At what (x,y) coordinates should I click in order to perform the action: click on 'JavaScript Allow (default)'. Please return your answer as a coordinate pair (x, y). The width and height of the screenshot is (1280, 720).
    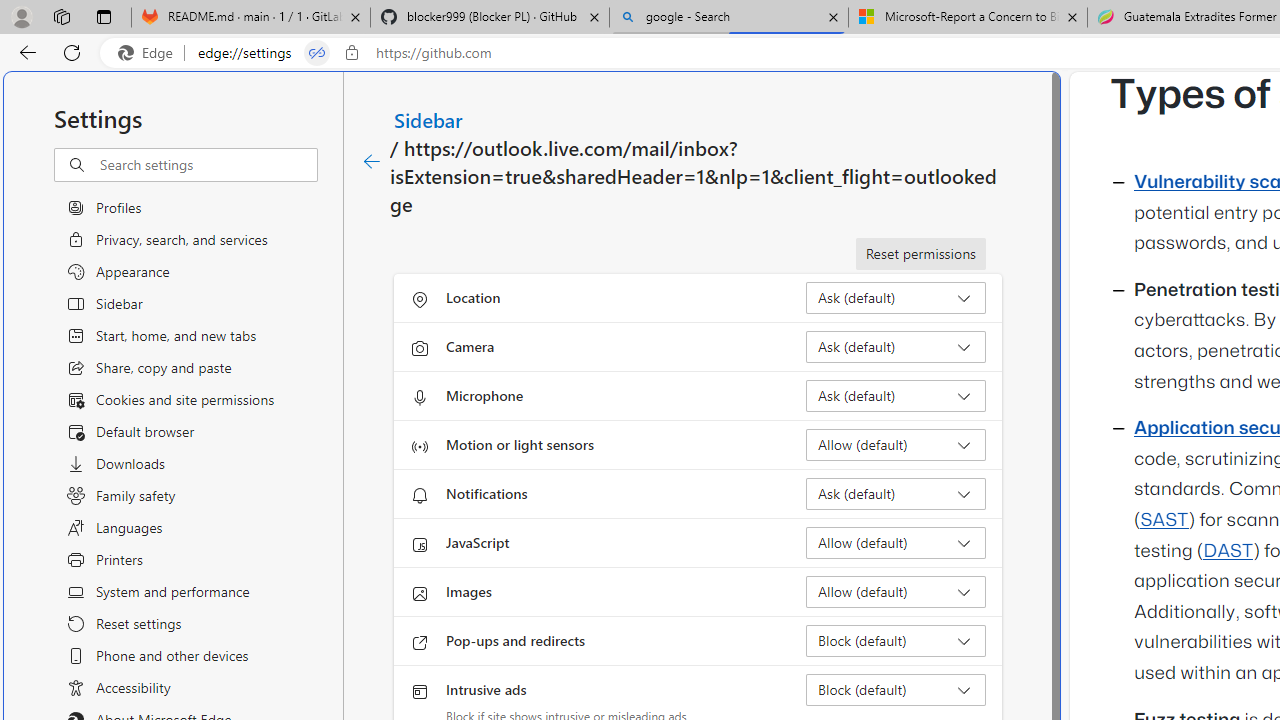
    Looking at the image, I should click on (895, 542).